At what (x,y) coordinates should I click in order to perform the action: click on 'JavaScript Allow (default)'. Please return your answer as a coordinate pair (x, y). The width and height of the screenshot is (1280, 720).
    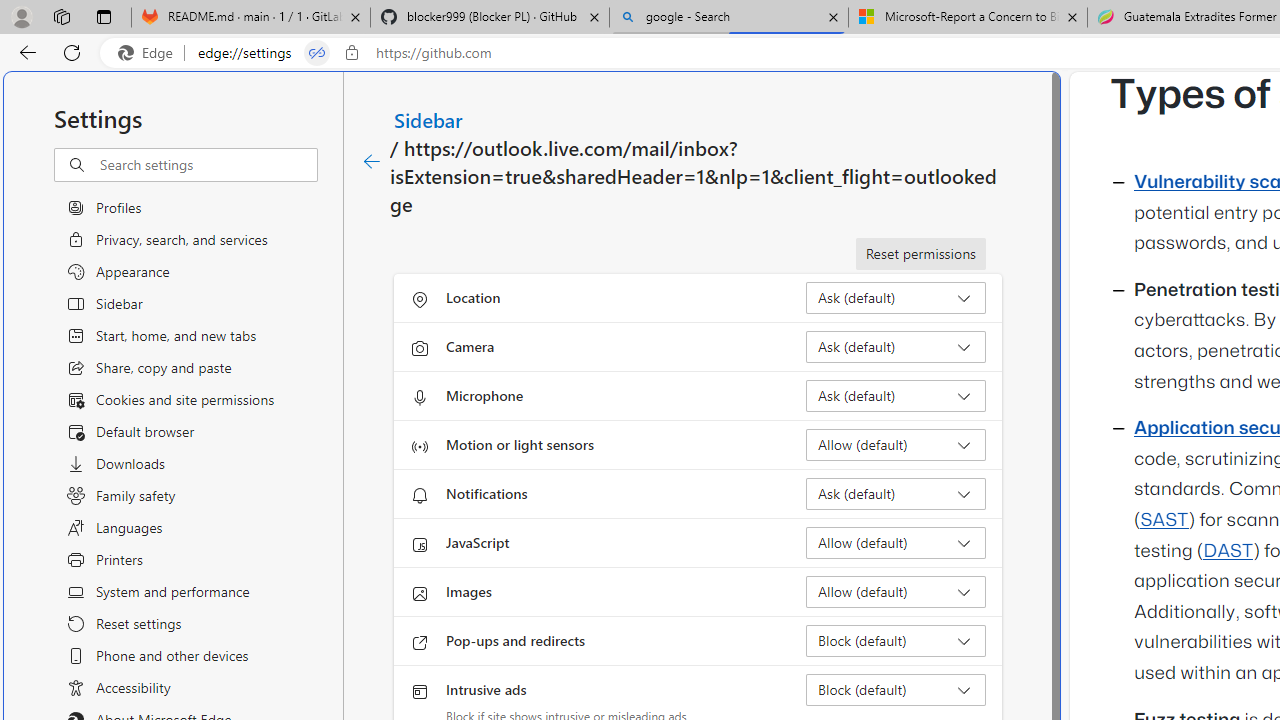
    Looking at the image, I should click on (895, 542).